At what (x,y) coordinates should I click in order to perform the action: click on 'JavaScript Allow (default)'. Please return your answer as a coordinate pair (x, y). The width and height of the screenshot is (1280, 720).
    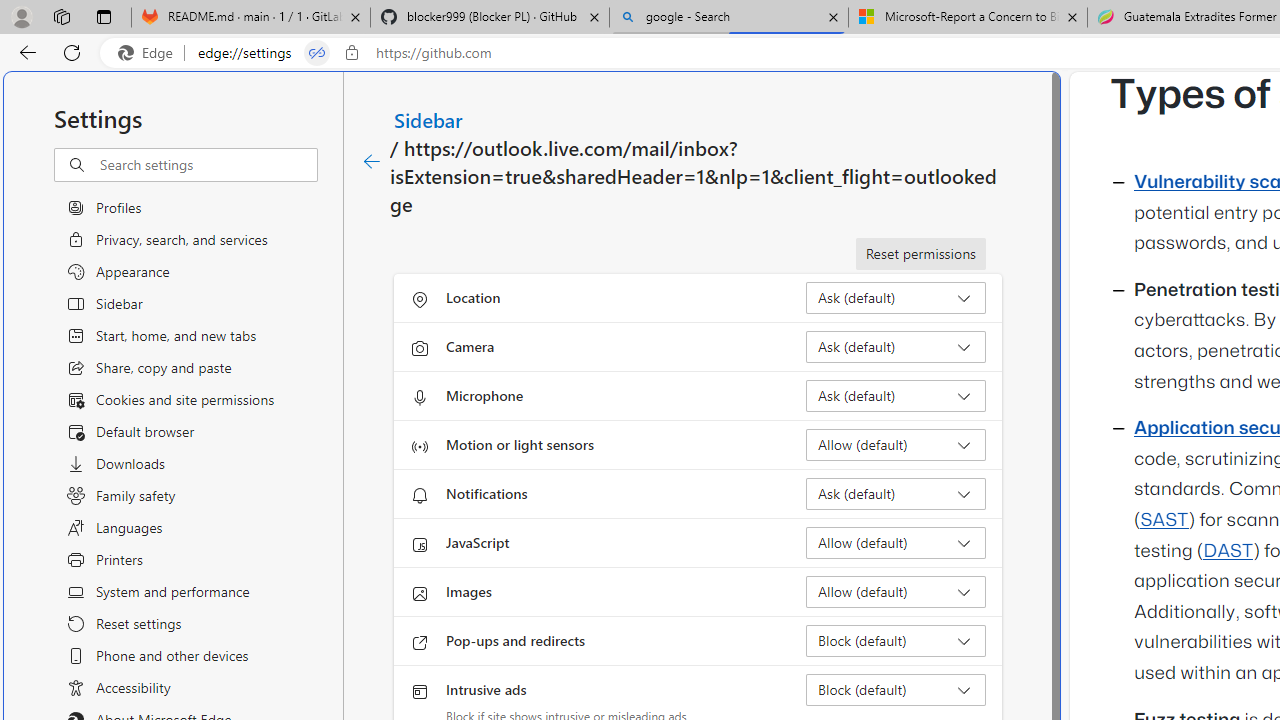
    Looking at the image, I should click on (895, 542).